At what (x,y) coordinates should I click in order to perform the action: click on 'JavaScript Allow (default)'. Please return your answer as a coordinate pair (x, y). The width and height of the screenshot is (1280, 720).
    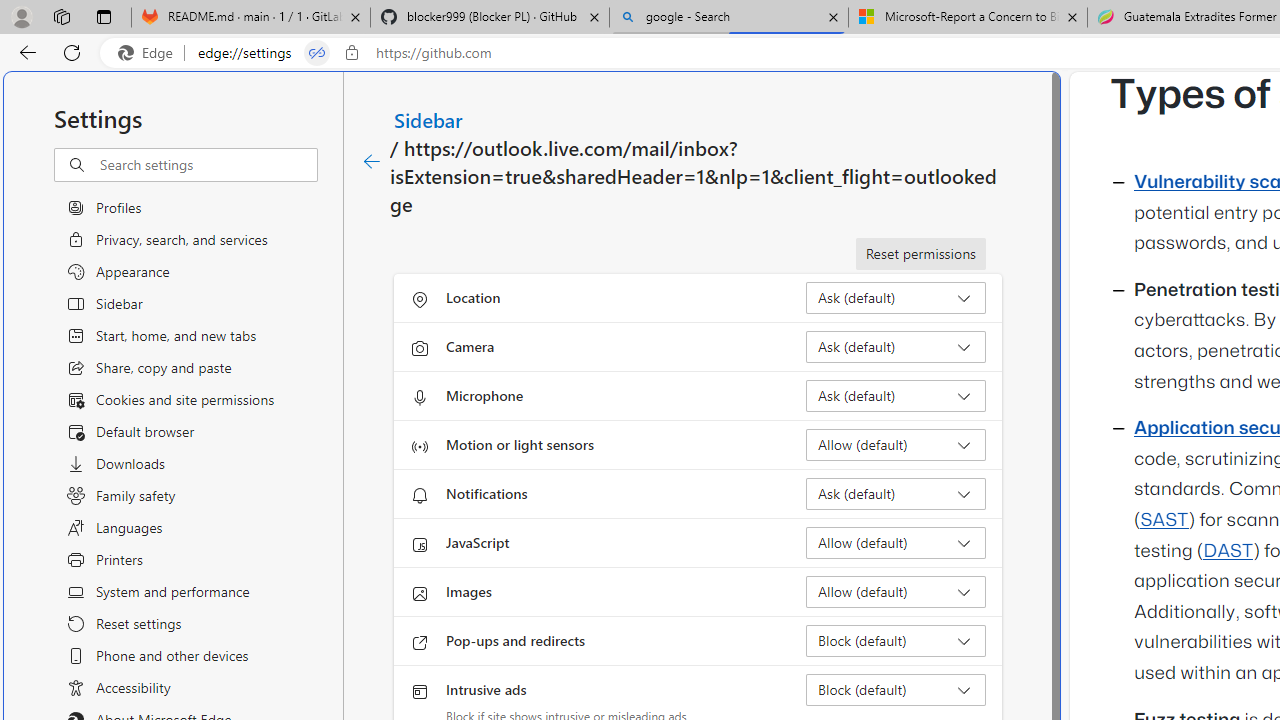
    Looking at the image, I should click on (895, 542).